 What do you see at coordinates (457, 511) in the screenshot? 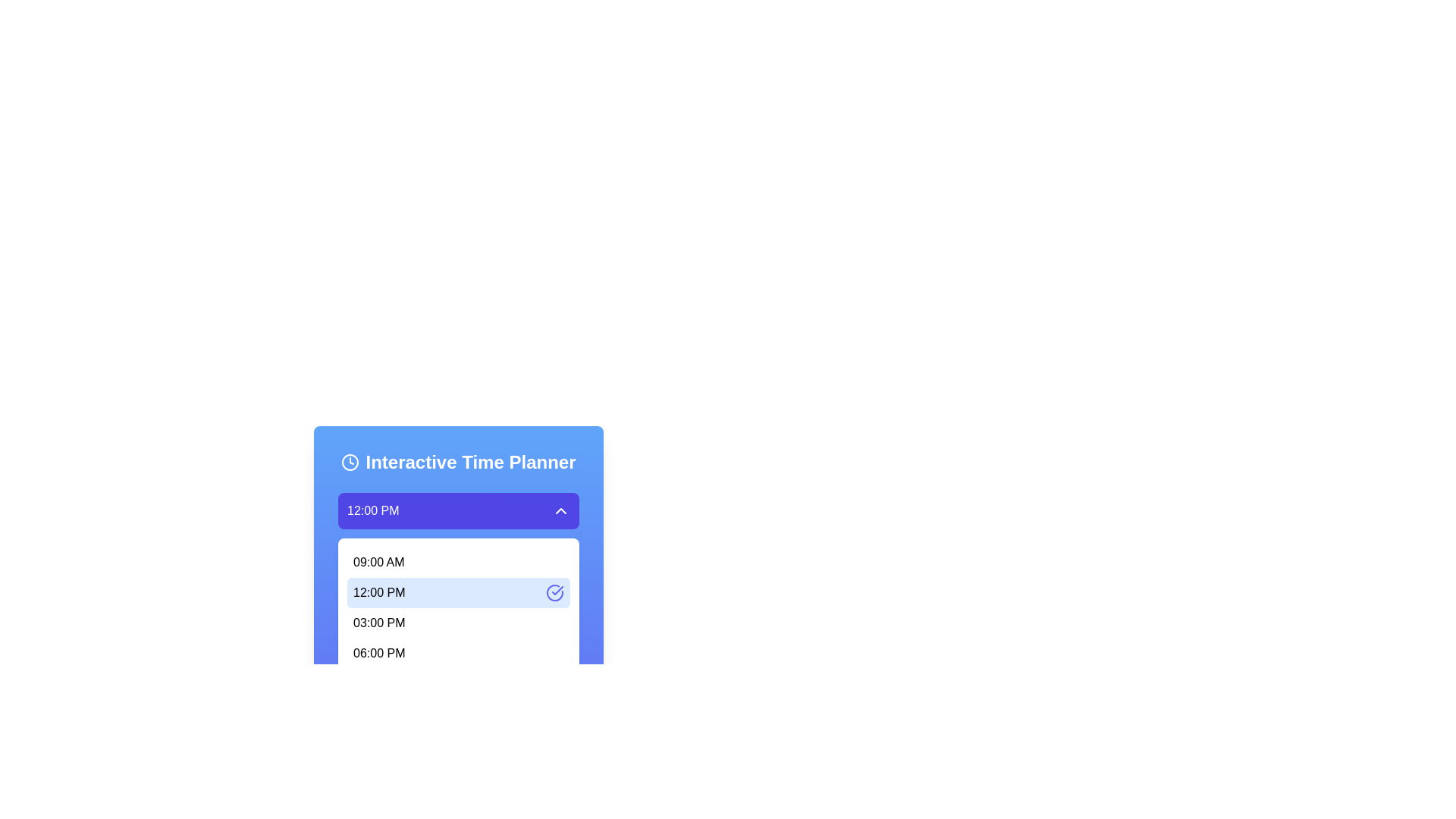
I see `the dropdown menu button displaying '12:00 PM'` at bounding box center [457, 511].